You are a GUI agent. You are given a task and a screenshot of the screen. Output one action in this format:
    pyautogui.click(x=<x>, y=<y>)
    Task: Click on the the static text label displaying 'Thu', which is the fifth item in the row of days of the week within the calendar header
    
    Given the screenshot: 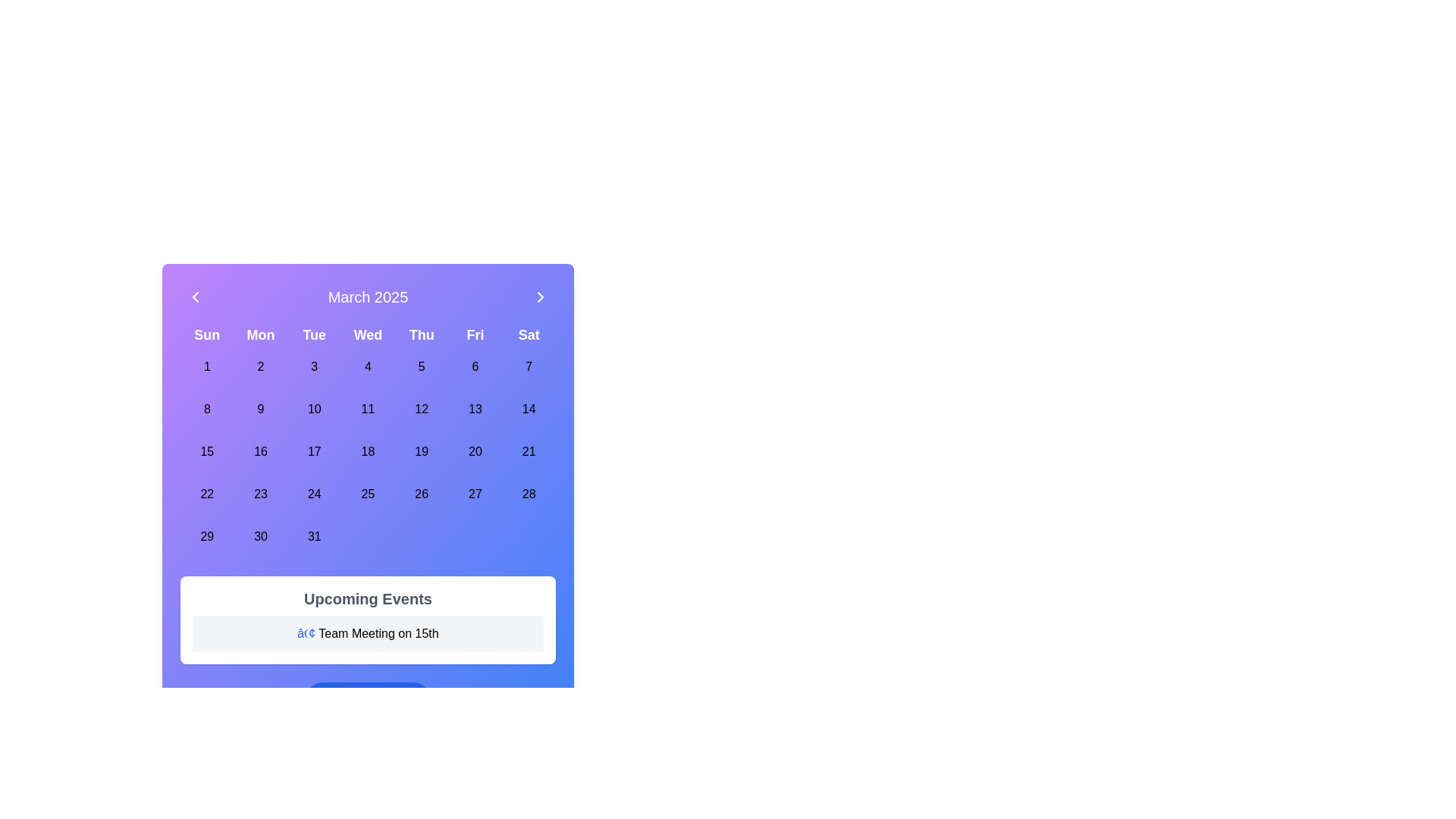 What is the action you would take?
    pyautogui.click(x=422, y=334)
    